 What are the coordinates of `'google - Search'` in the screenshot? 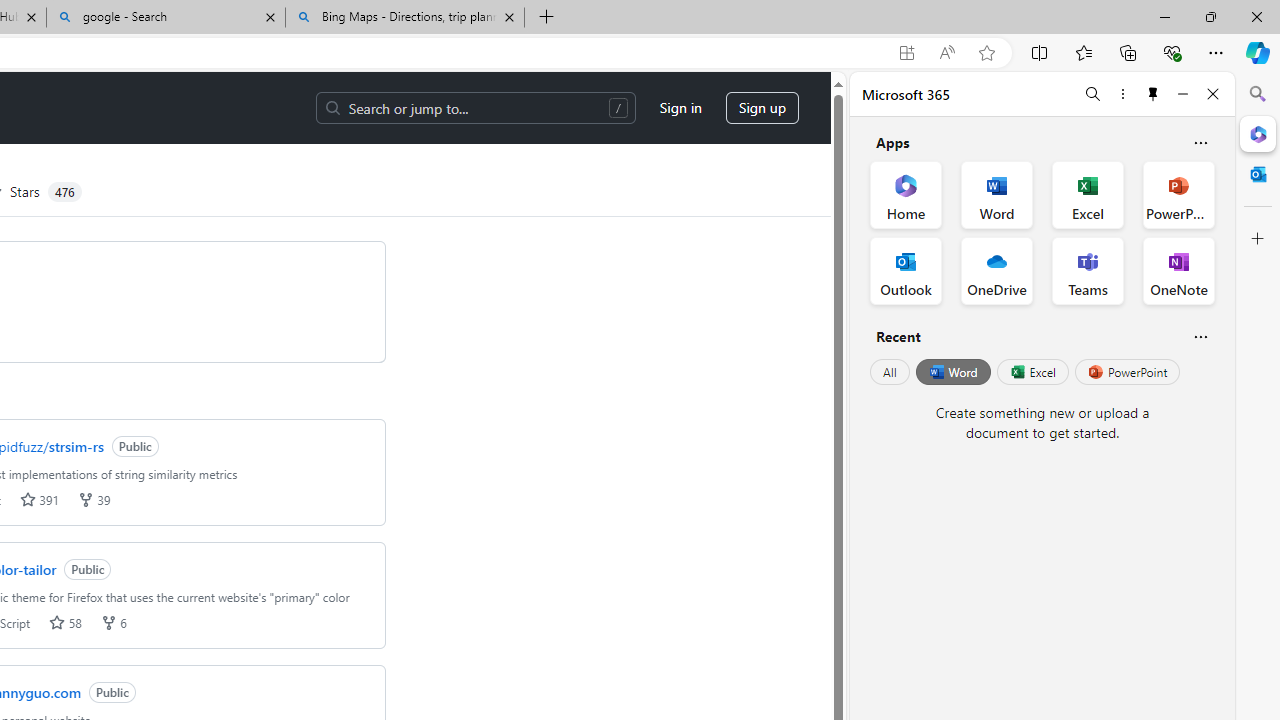 It's located at (166, 17).